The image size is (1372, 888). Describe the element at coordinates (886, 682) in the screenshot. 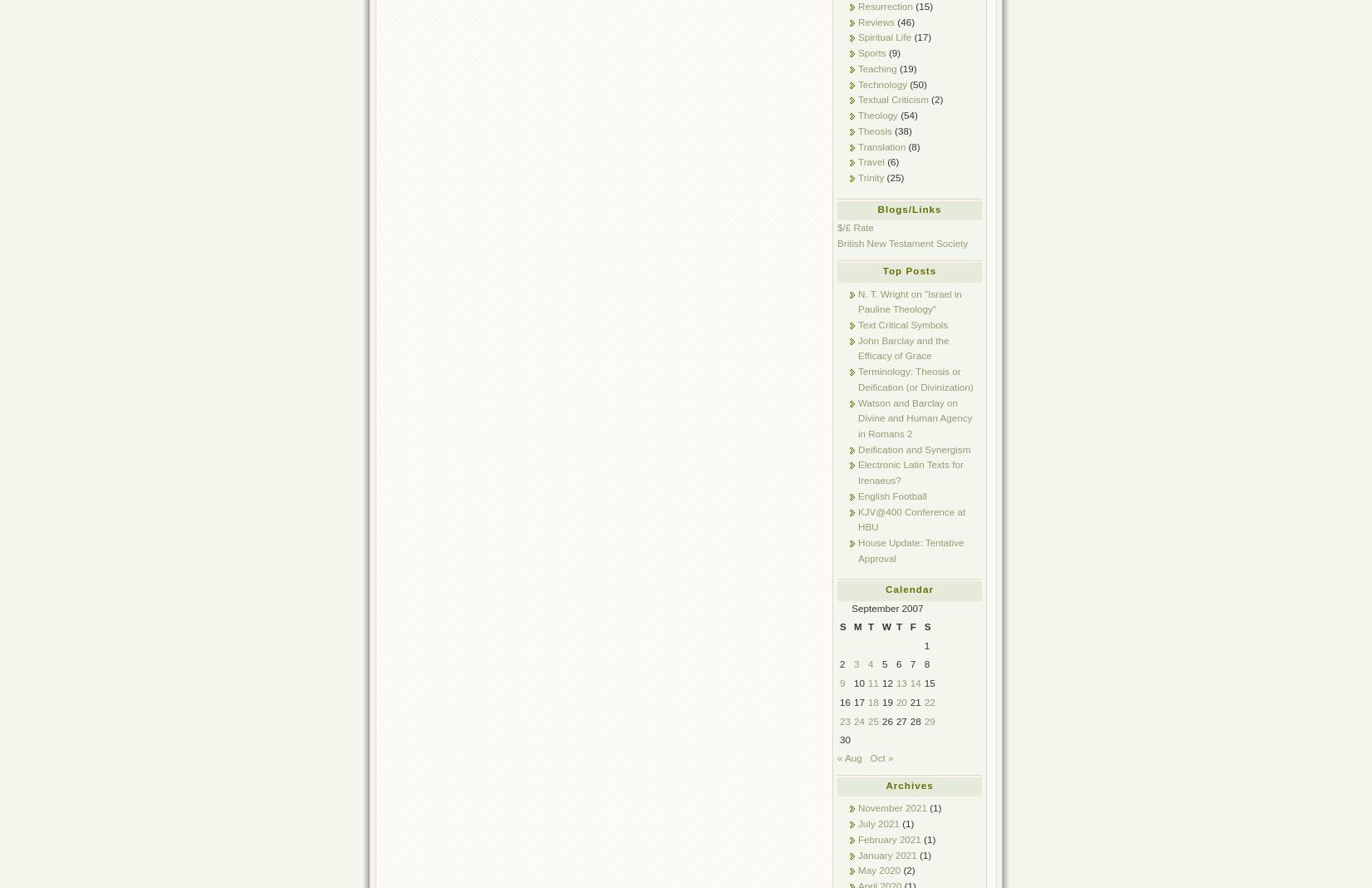

I see `'12'` at that location.